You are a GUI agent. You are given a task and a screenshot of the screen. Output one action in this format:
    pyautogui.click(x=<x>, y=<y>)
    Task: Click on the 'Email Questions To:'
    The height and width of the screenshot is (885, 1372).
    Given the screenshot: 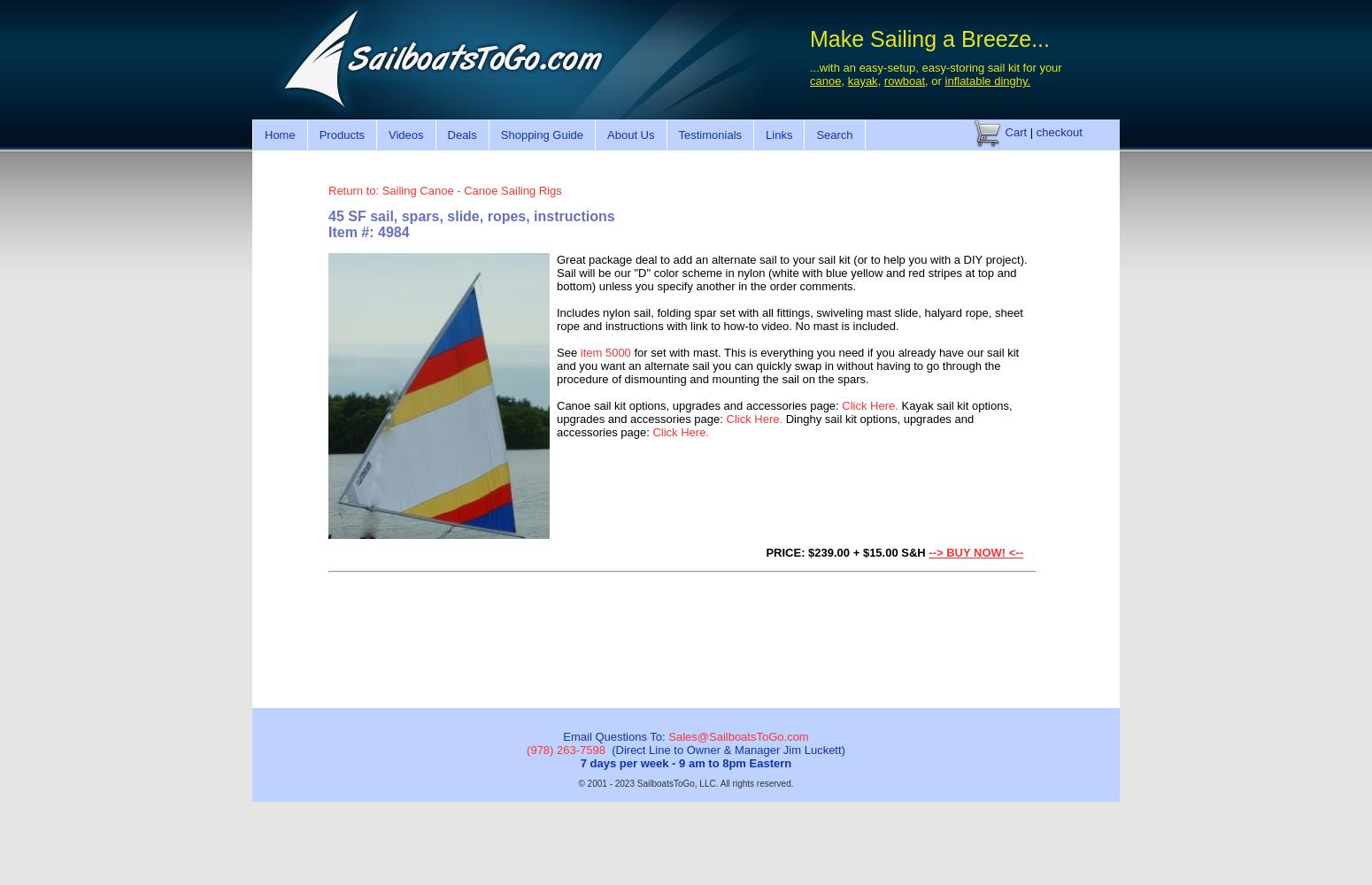 What is the action you would take?
    pyautogui.click(x=561, y=735)
    